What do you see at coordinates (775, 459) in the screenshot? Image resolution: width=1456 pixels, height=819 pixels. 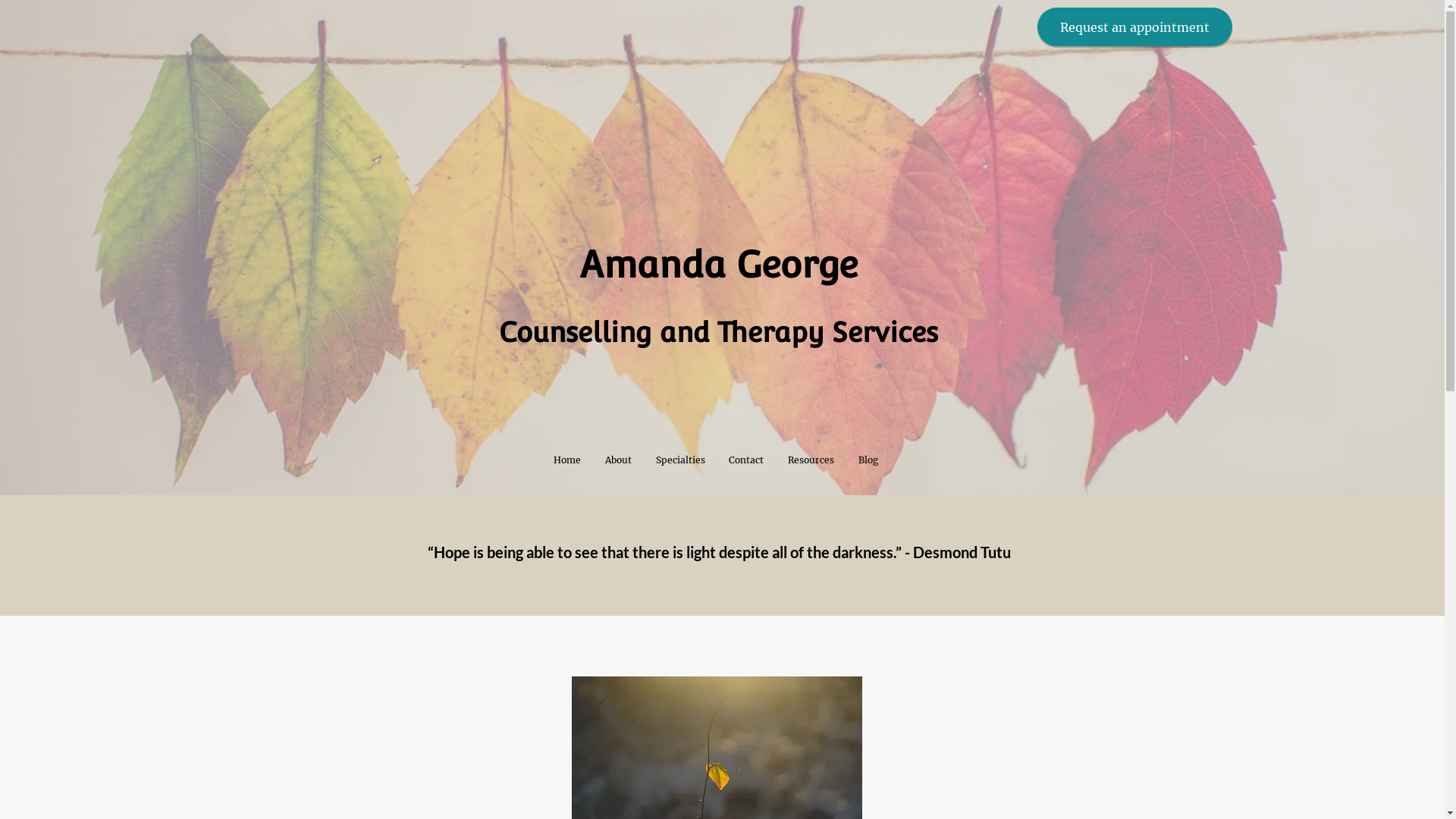 I see `'Resources'` at bounding box center [775, 459].